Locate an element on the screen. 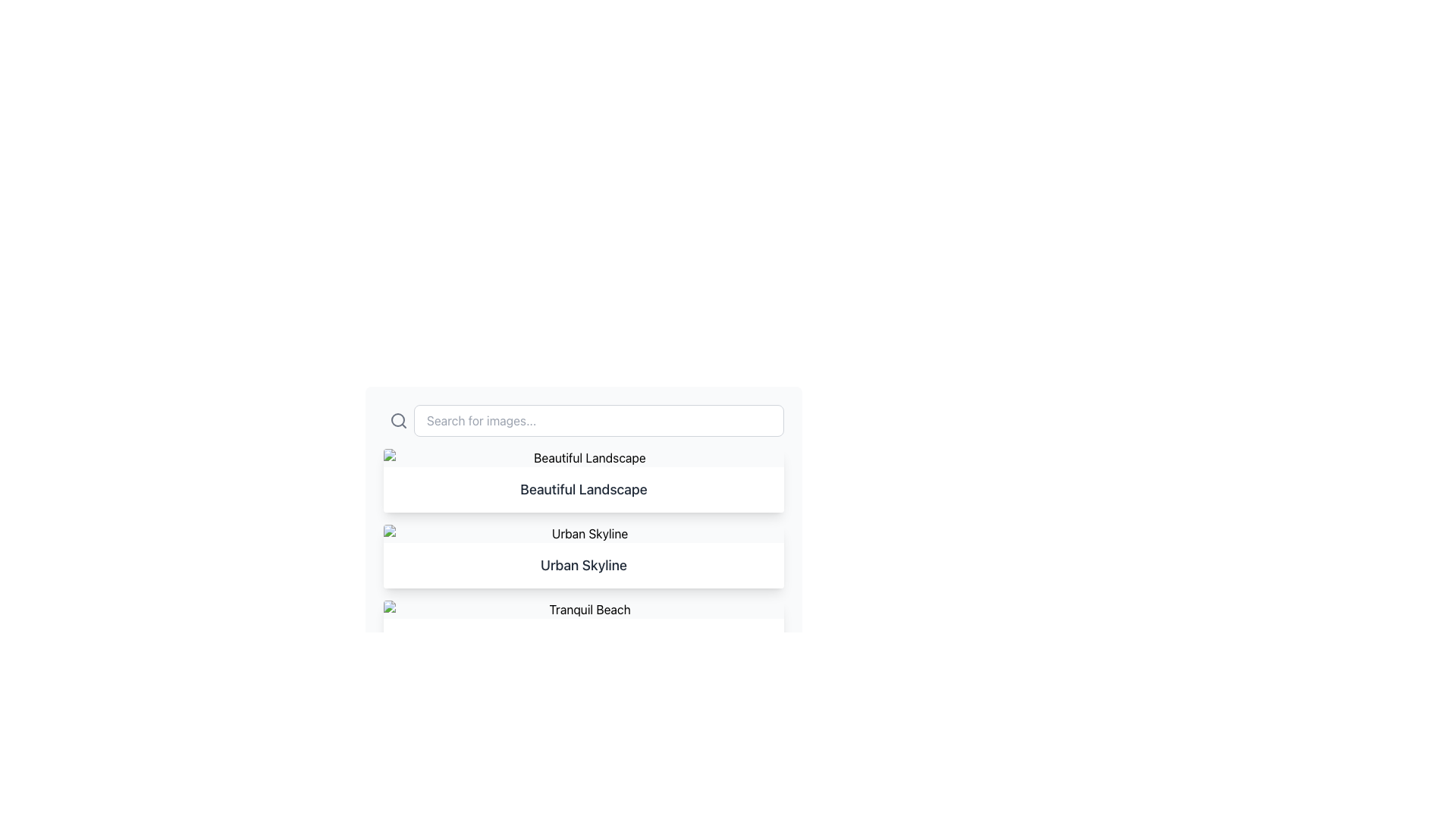 The height and width of the screenshot is (819, 1456). the gray magnifying glass icon representing the search function, located to the left of the input field with the placeholder text 'Search for images...' is located at coordinates (399, 421).